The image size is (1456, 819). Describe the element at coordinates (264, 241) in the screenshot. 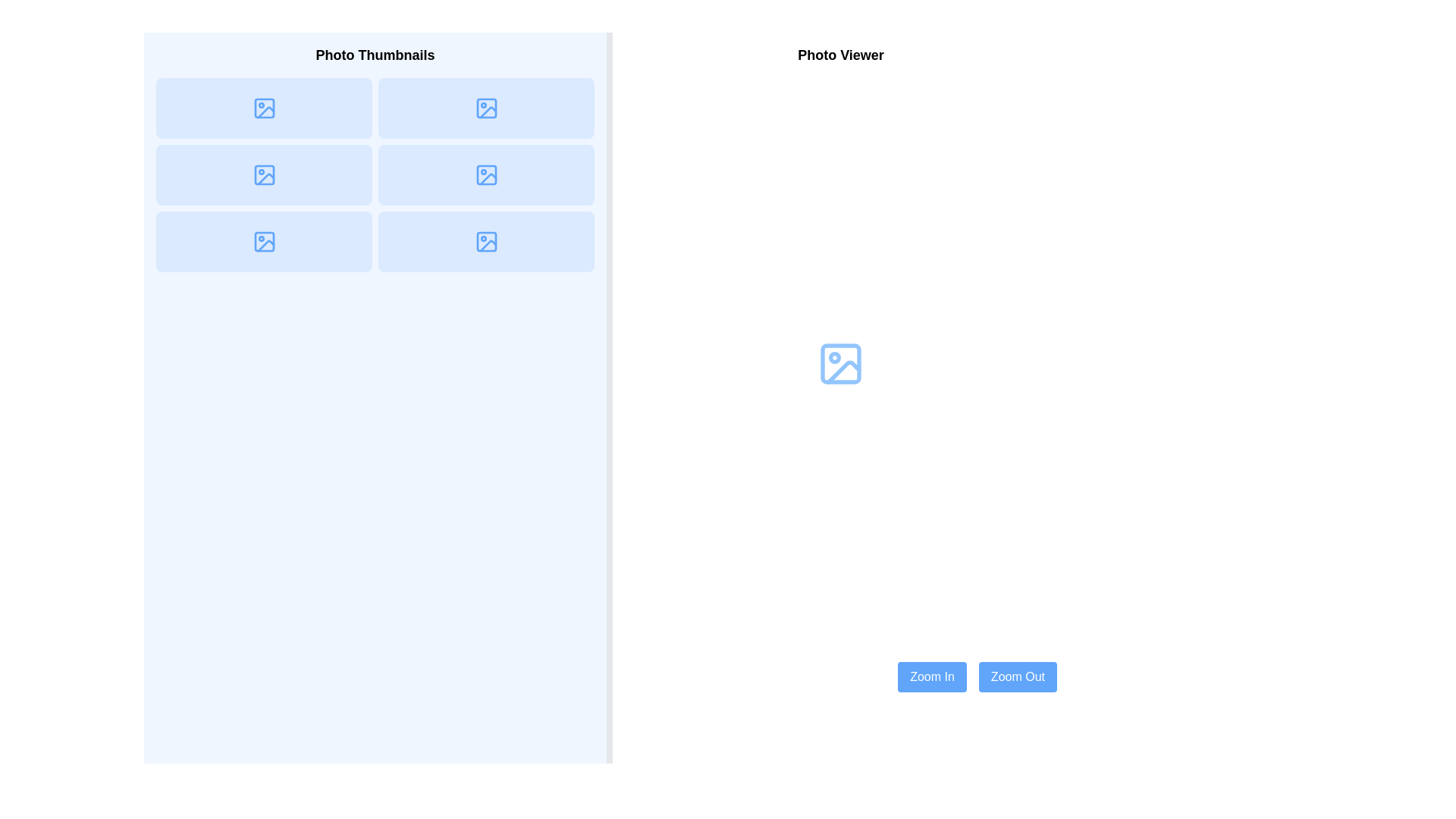

I see `on the Graphic placeholder in the third row, leftmost position of the Photo Thumbnails panel` at that location.